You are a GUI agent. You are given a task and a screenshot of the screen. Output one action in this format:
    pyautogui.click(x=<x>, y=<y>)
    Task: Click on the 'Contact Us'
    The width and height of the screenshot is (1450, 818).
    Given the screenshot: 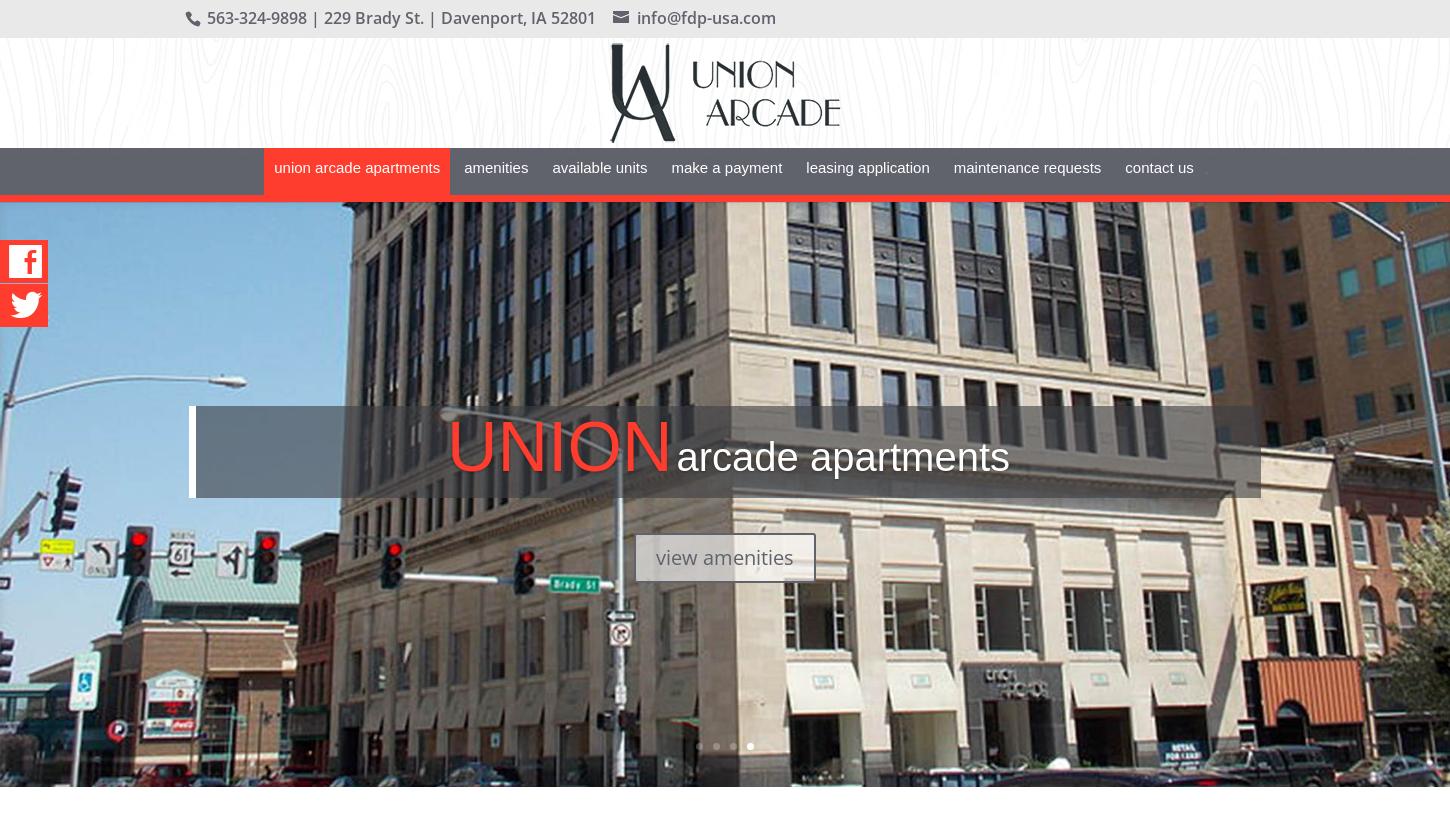 What is the action you would take?
    pyautogui.click(x=1157, y=196)
    